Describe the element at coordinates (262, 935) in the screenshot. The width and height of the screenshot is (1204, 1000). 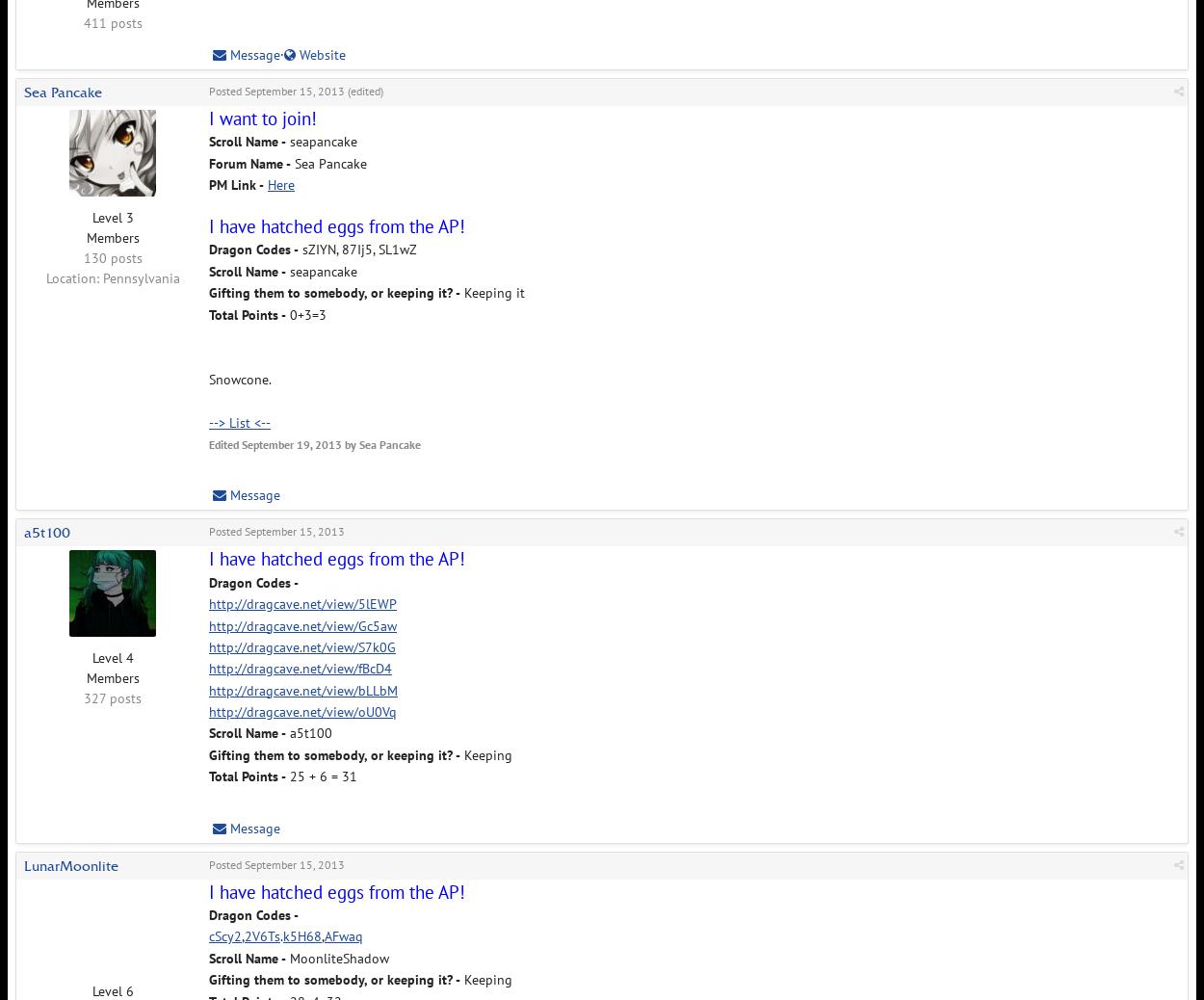
I see `'2V6Ts'` at that location.